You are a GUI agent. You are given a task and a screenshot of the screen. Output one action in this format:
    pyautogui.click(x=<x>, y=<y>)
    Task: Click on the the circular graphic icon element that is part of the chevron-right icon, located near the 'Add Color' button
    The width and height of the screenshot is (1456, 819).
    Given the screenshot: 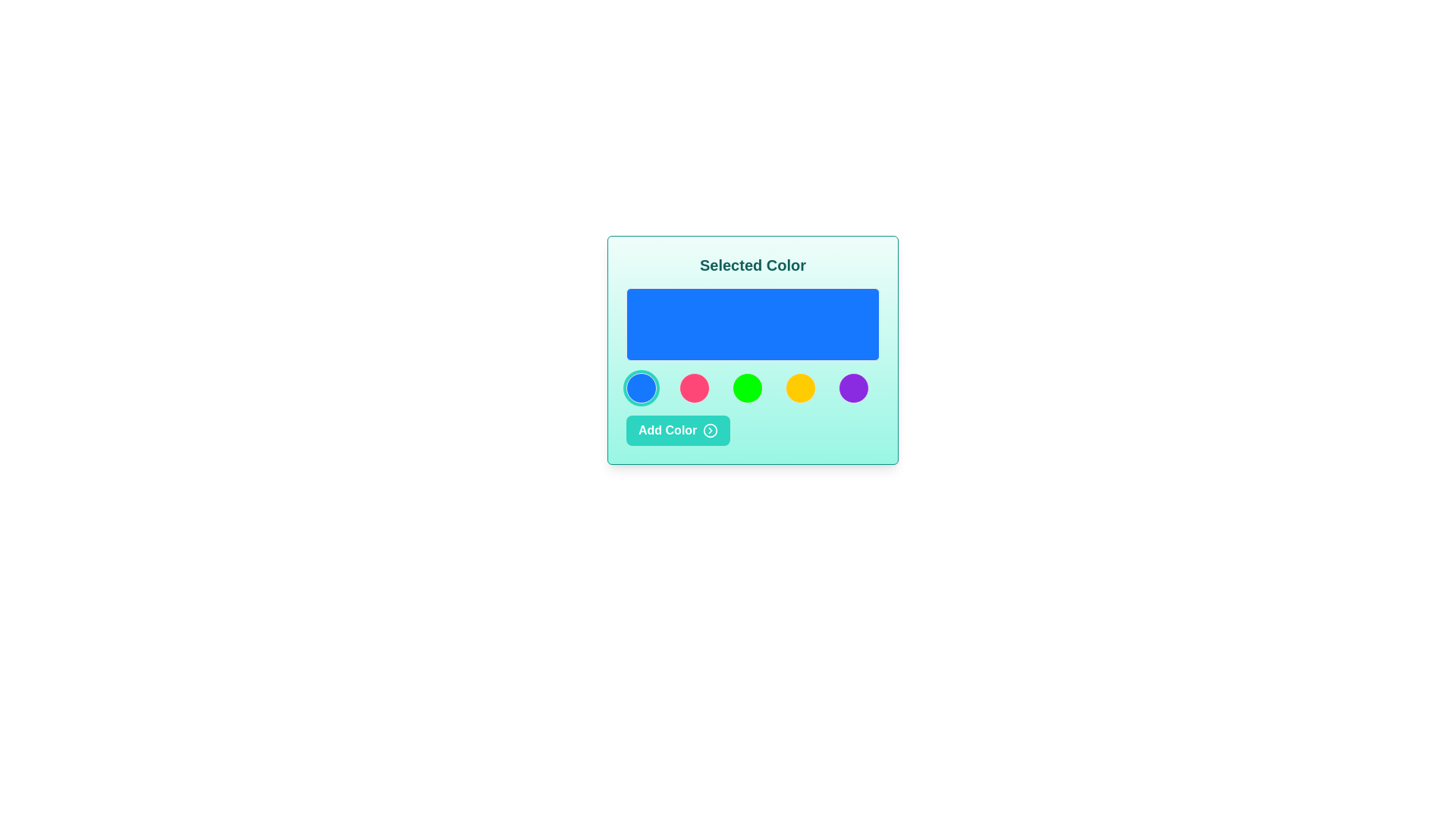 What is the action you would take?
    pyautogui.click(x=710, y=430)
    